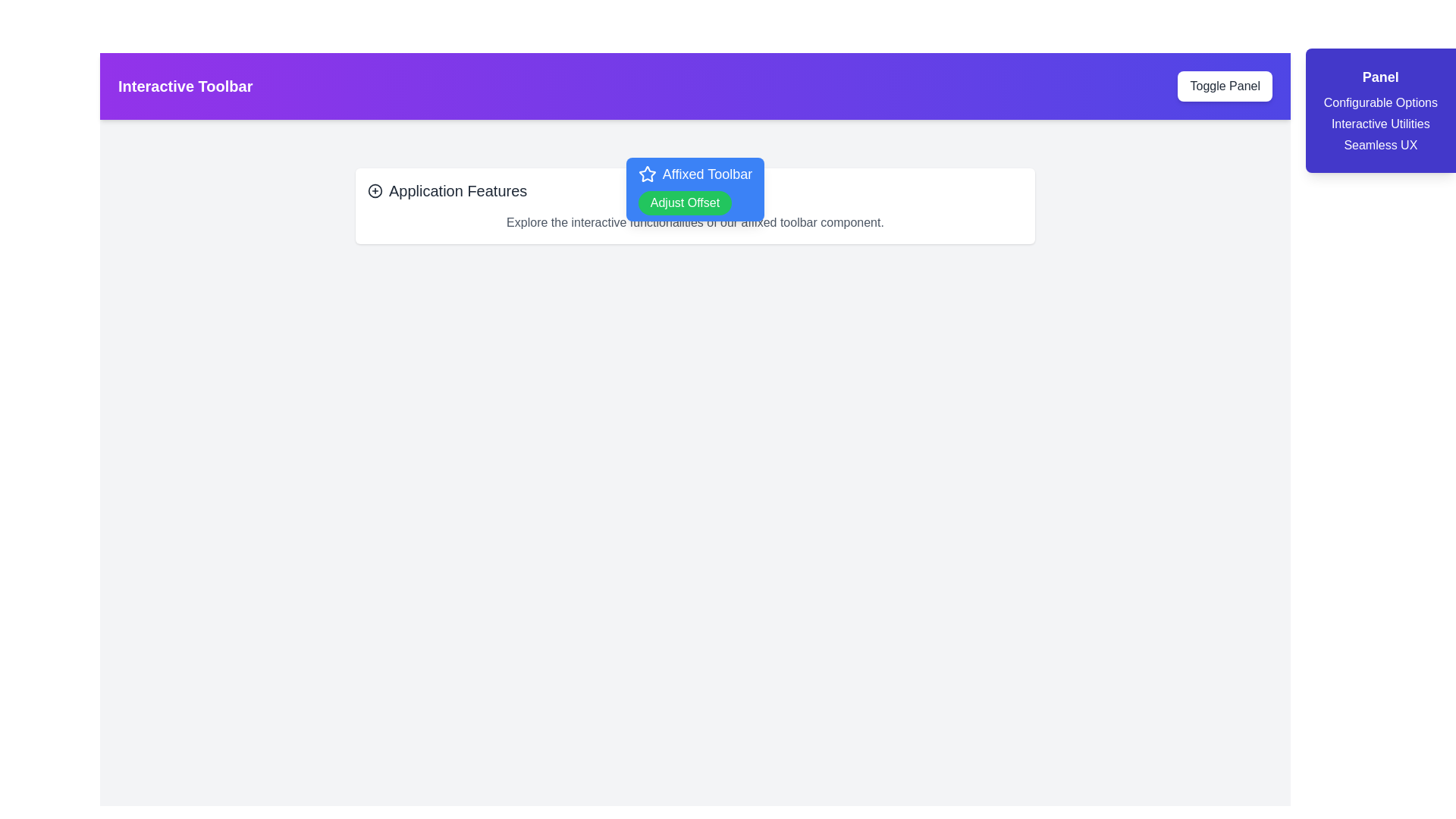 This screenshot has height=819, width=1456. I want to click on the star-shaped icon with a stroke-style design located at the leftmost side of the Affixed Toolbar section as a visual indicator, so click(647, 174).